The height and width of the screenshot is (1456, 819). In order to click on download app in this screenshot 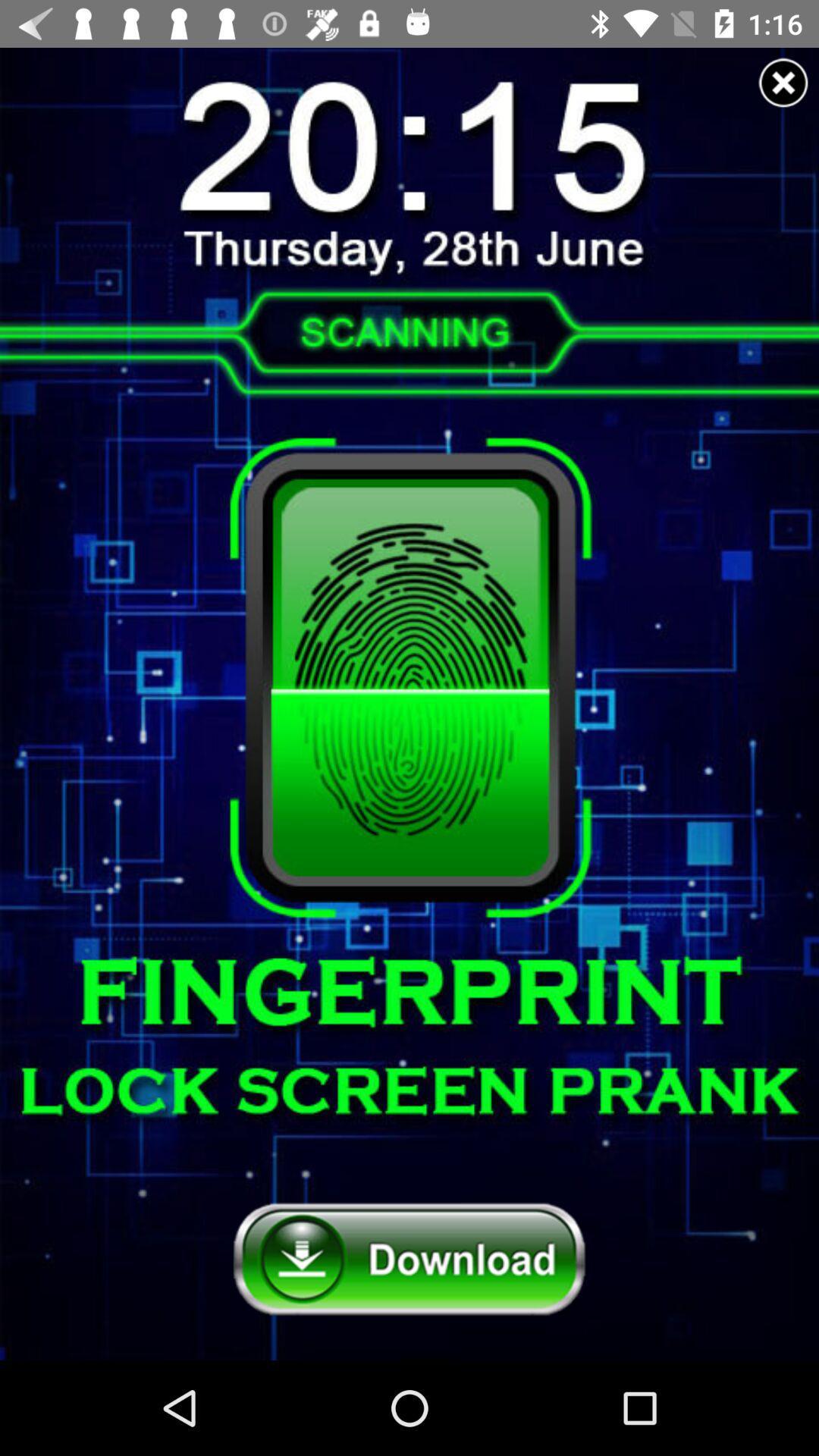, I will do `click(409, 1260)`.